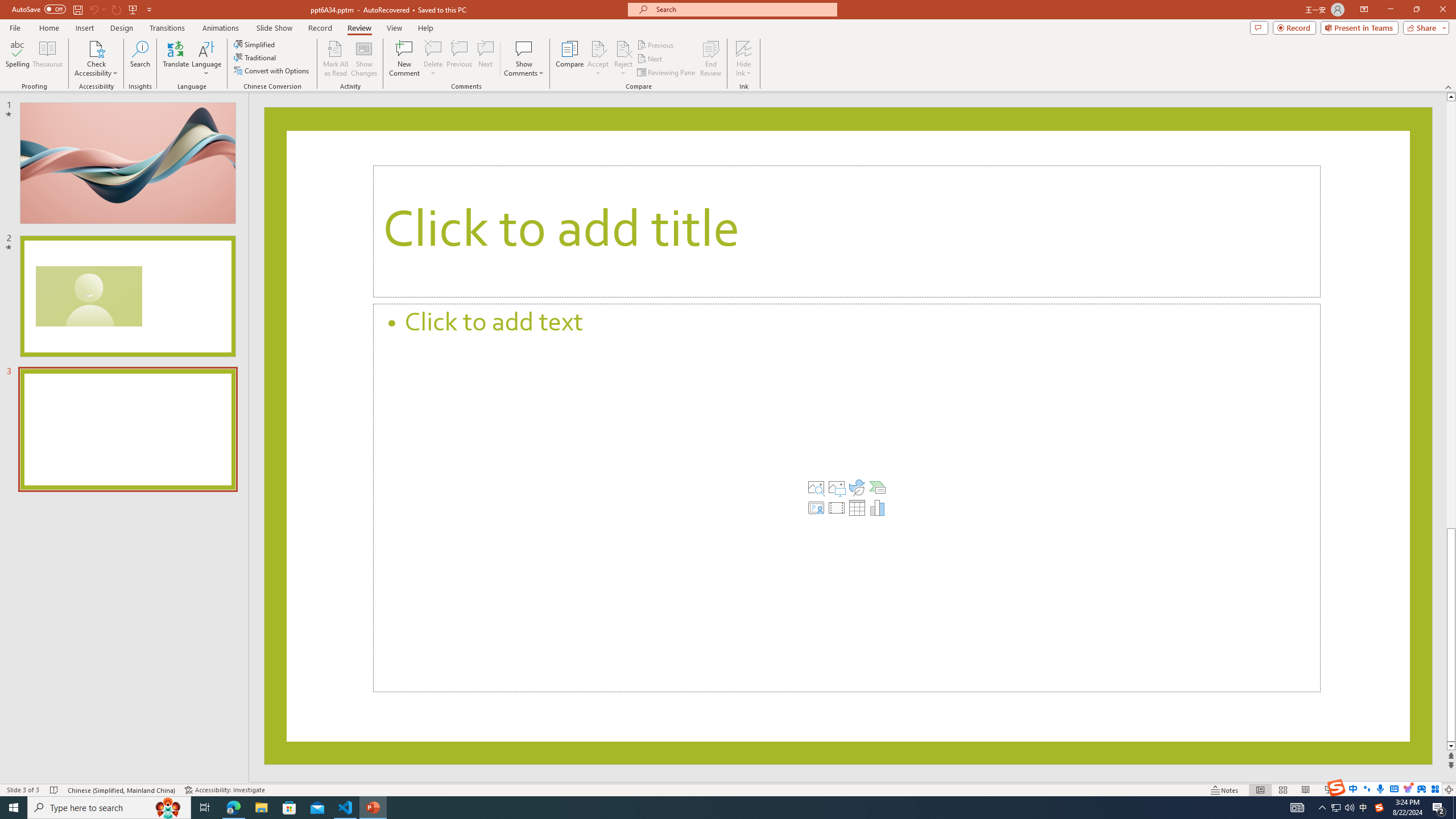 The height and width of the screenshot is (819, 1456). I want to click on 'Previous', so click(656, 44).